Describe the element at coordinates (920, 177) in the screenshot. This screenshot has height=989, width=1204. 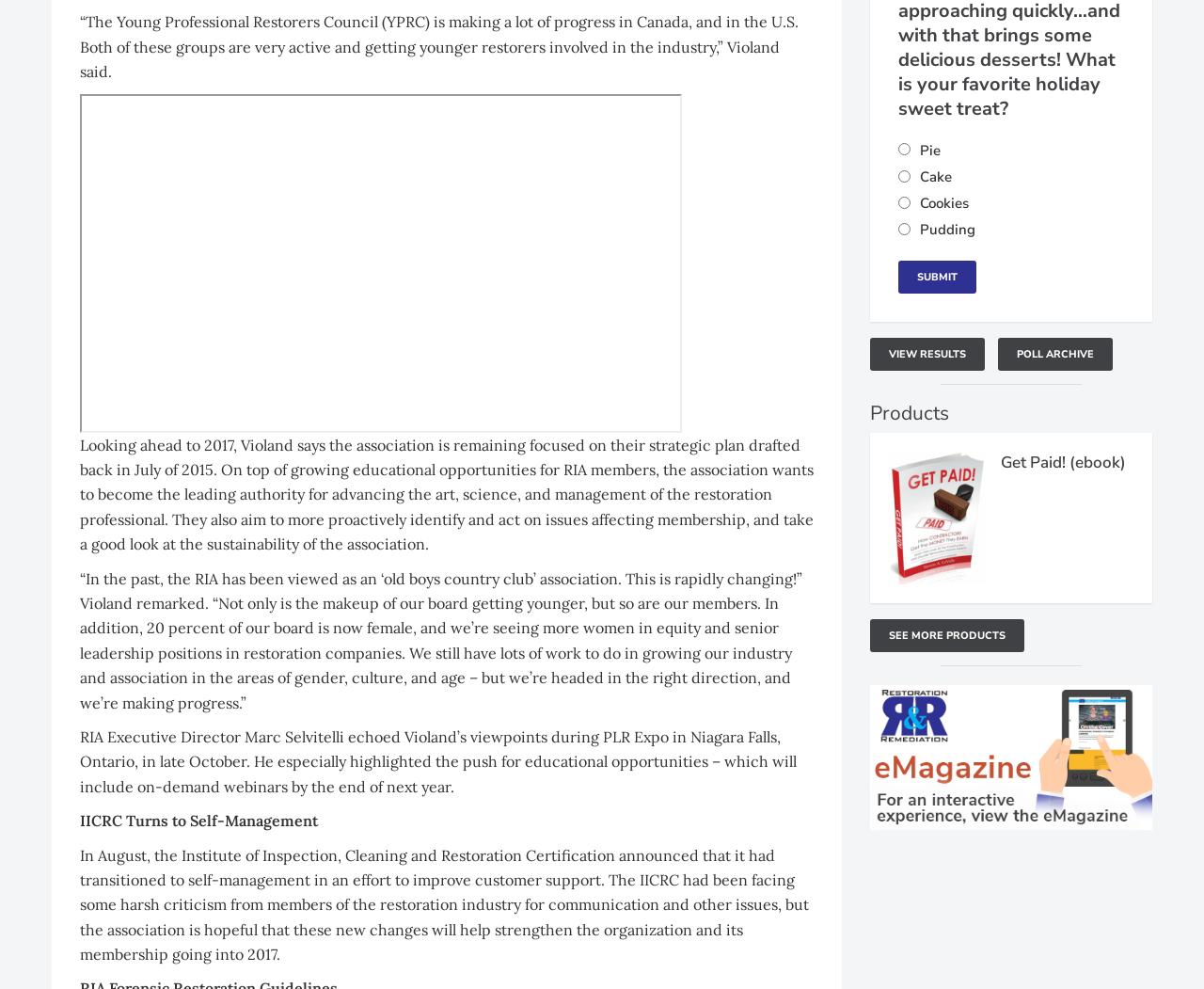
I see `'Cake'` at that location.